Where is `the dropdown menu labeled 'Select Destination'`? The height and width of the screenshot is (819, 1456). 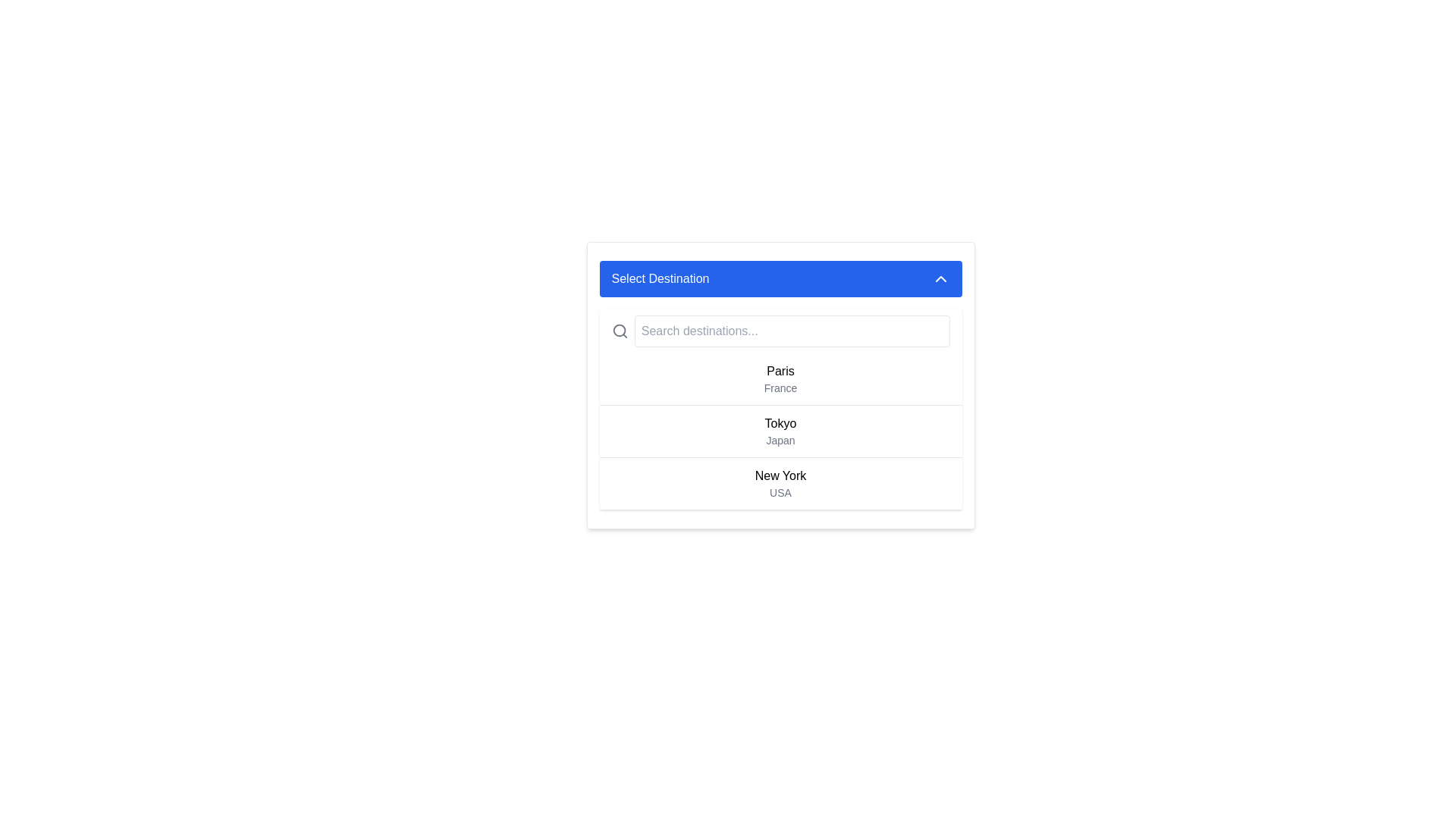 the dropdown menu labeled 'Select Destination' is located at coordinates (780, 384).